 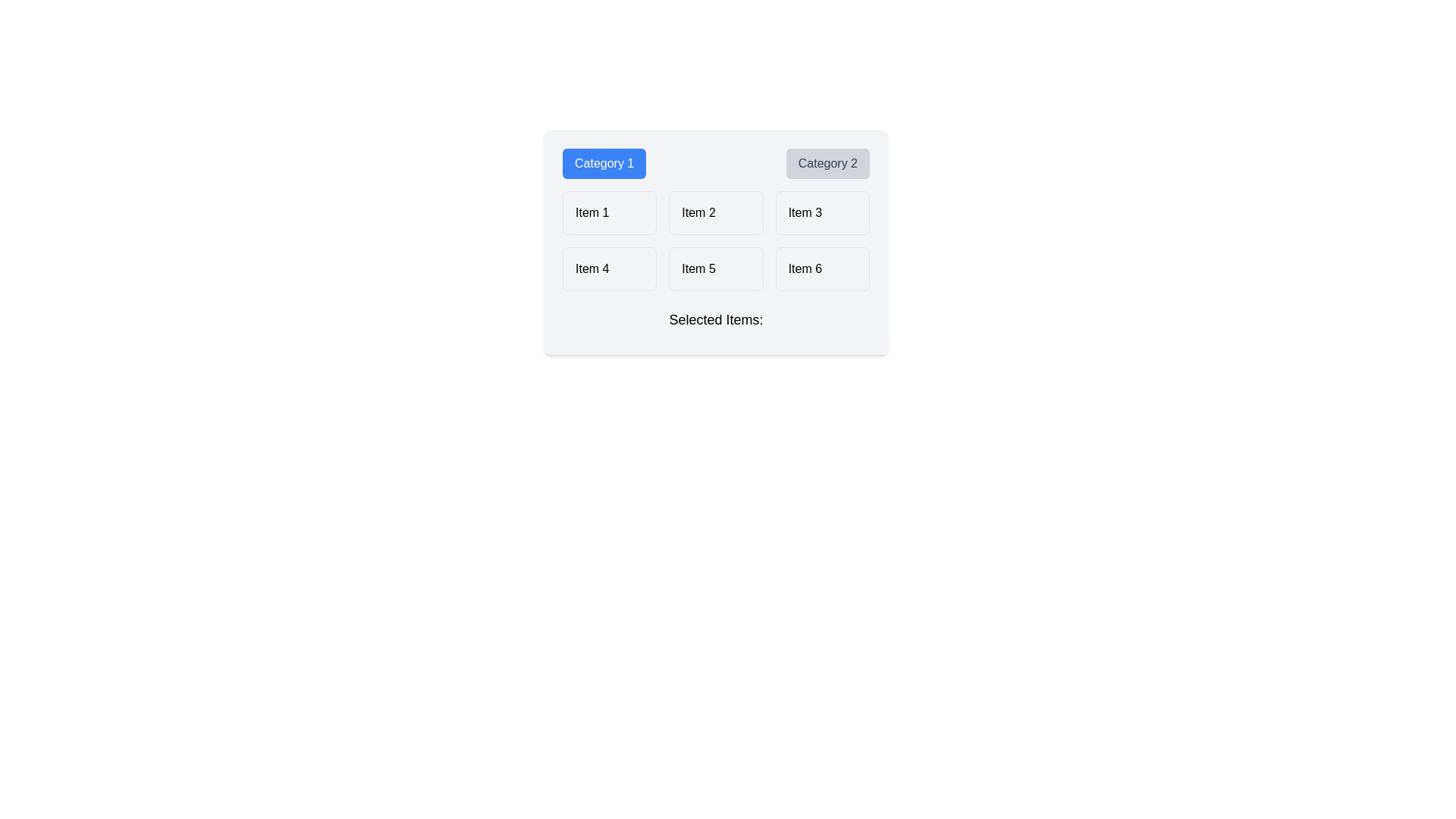 What do you see at coordinates (804, 213) in the screenshot?
I see `the 'Item 3' button, which is a static text label with a light gray background and rounded corners, located in the right column under the 'Category 2' header` at bounding box center [804, 213].